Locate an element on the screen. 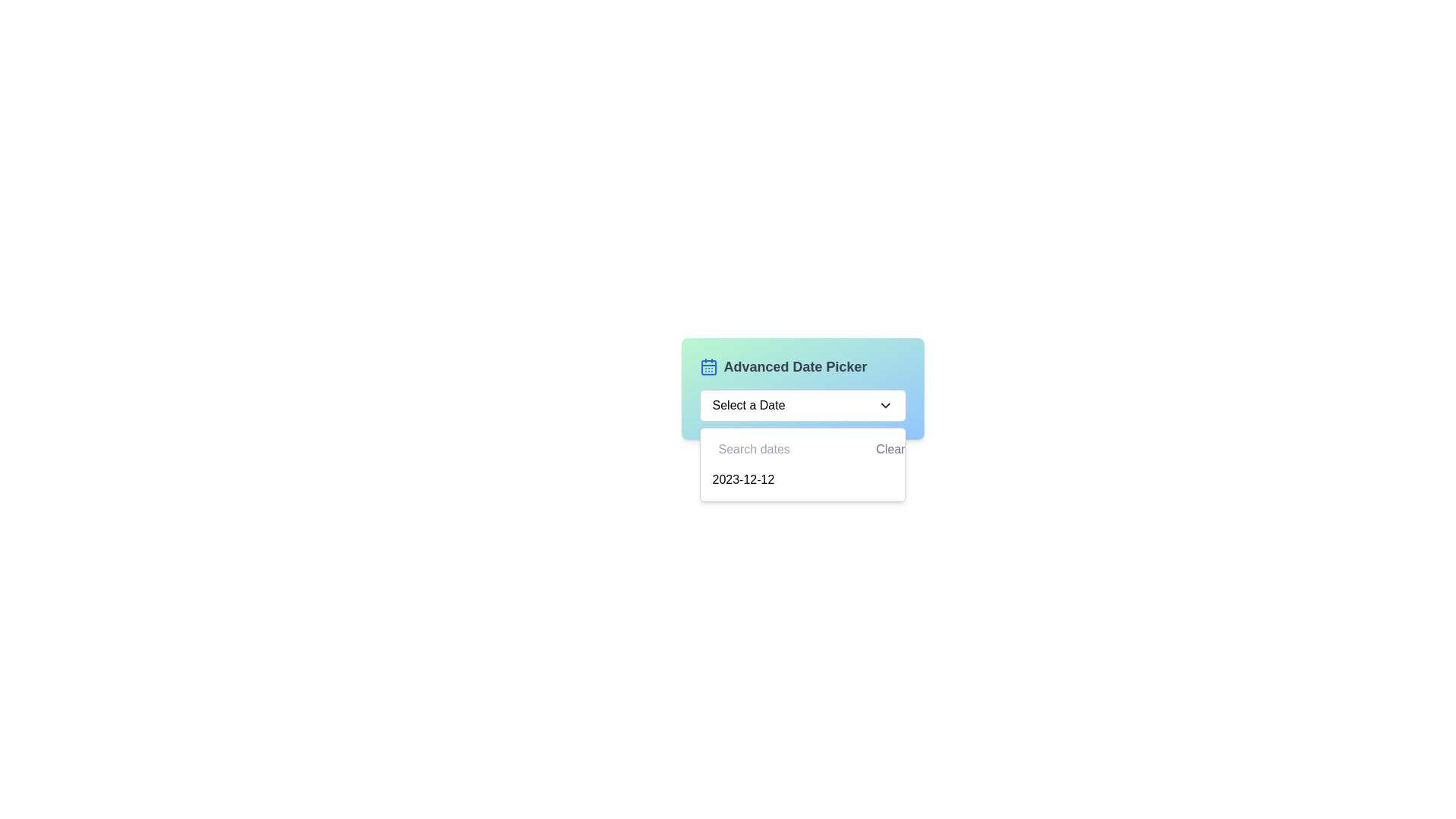  the selectable date option '2023-12-12' in the dropdown menu is located at coordinates (802, 479).